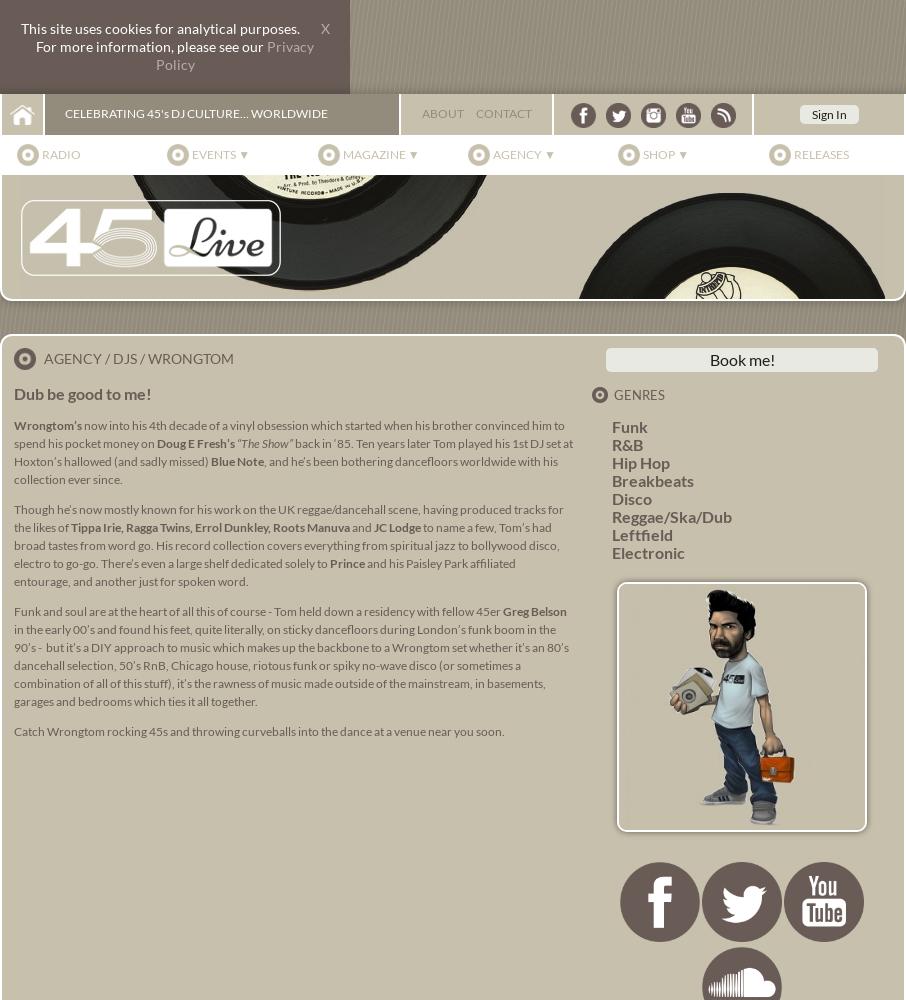 The image size is (906, 1000). What do you see at coordinates (490, 153) in the screenshot?
I see `'Agency ▼'` at bounding box center [490, 153].